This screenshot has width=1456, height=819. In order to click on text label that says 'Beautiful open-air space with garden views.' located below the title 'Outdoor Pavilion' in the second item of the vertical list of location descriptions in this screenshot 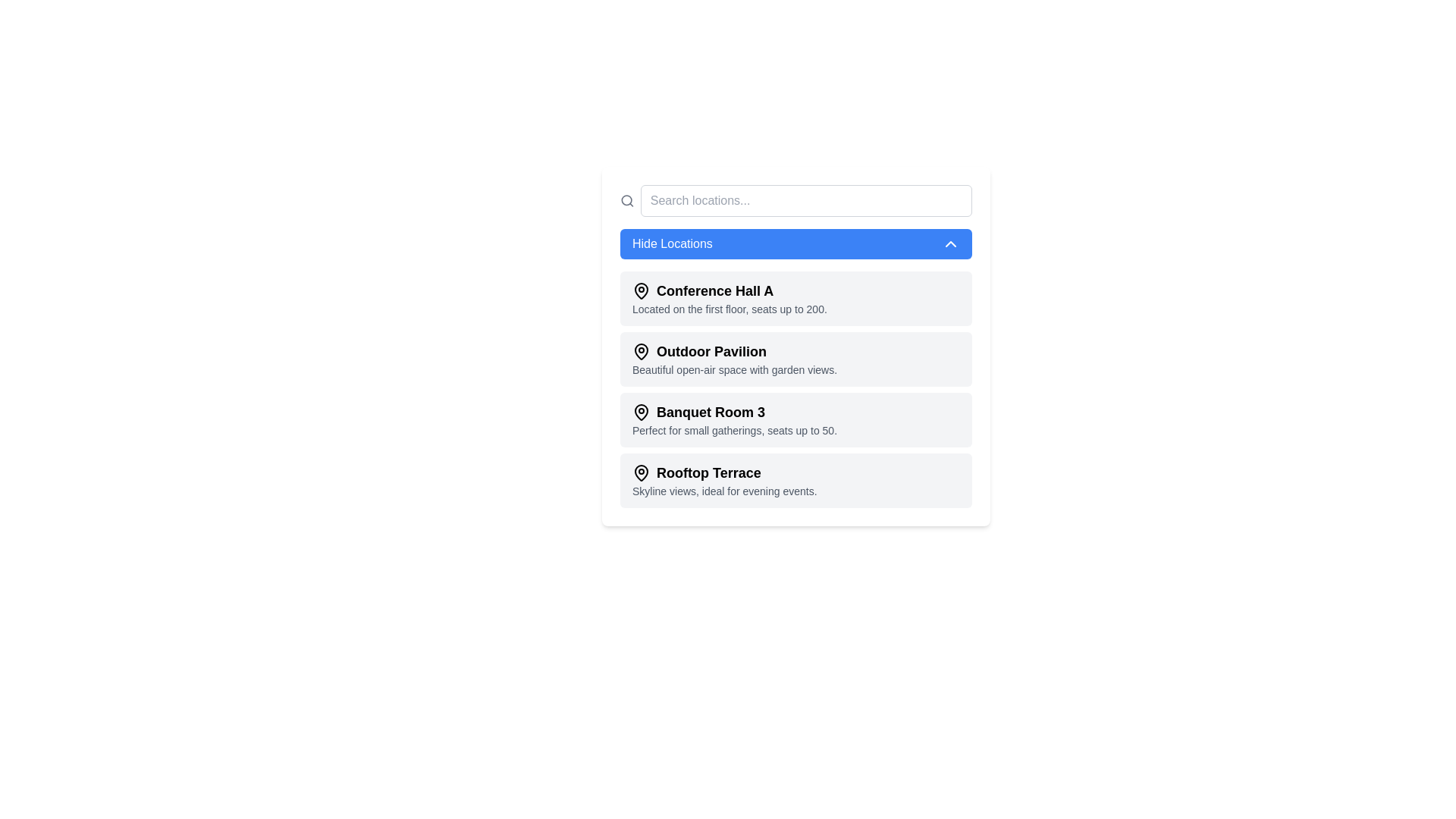, I will do `click(735, 370)`.